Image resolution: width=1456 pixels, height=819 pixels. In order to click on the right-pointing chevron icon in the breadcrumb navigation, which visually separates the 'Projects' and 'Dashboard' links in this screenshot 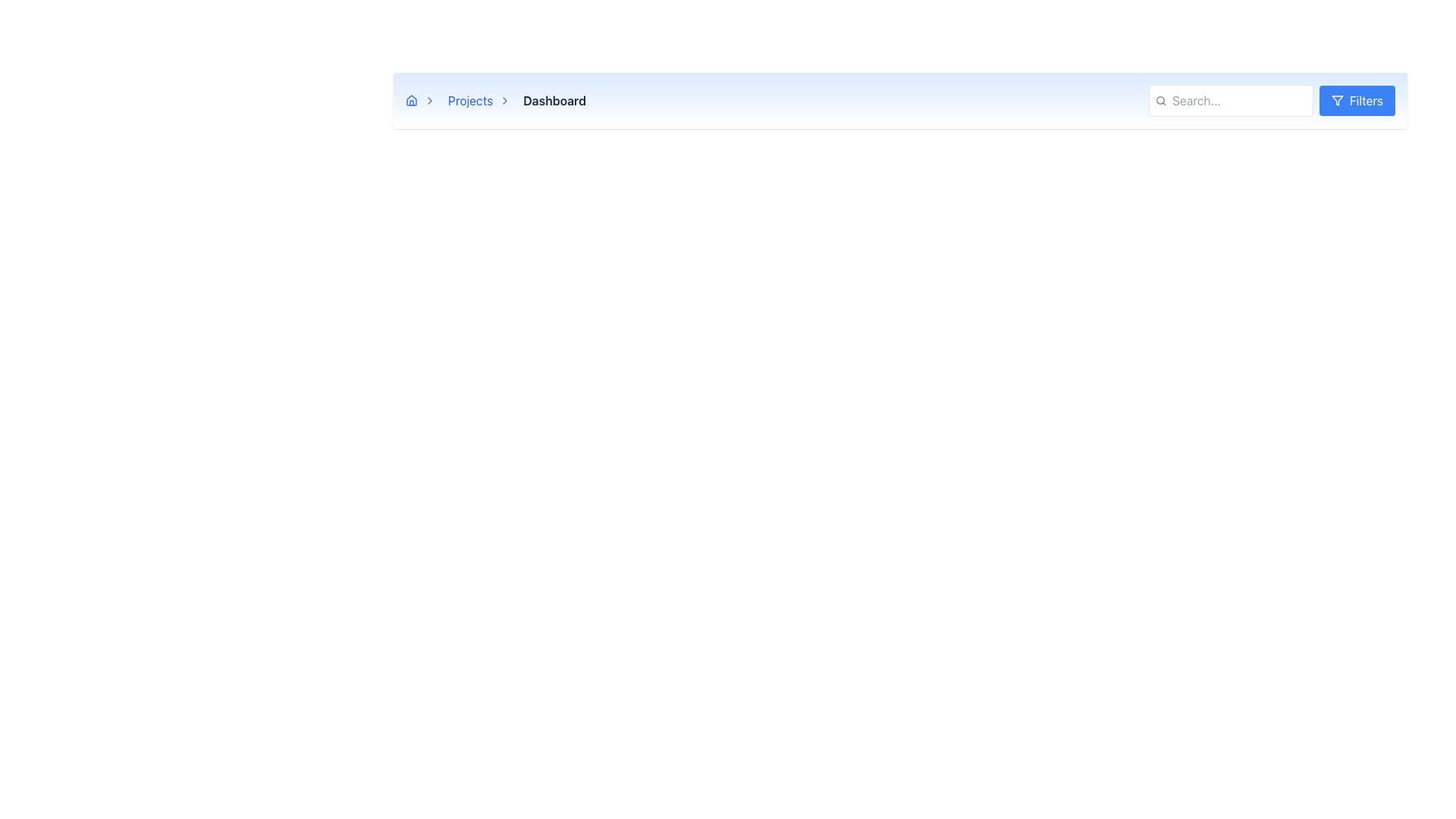, I will do `click(505, 100)`.